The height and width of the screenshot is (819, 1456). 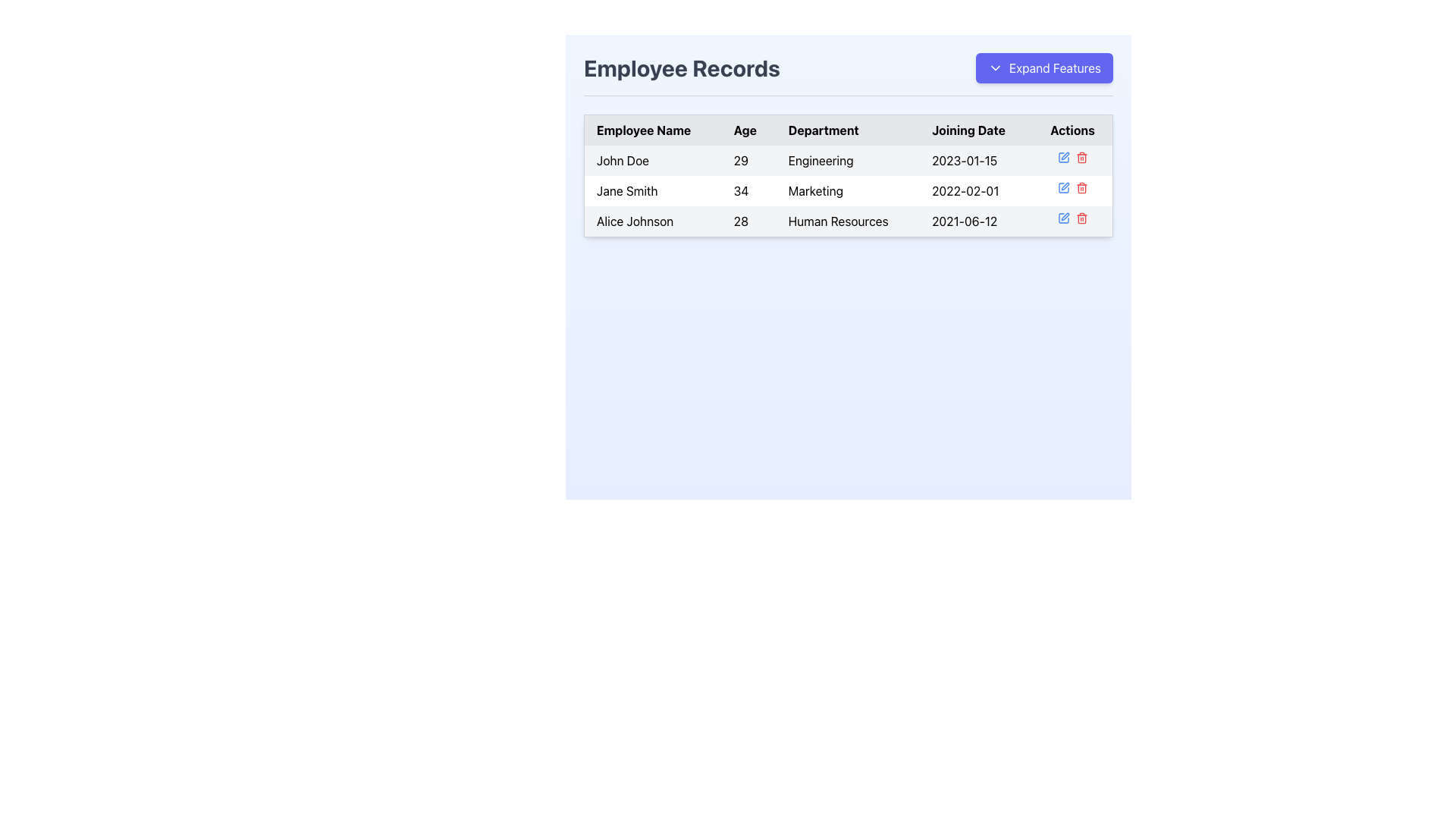 I want to click on the 'Actions' text label located in the last column of the header row of the interactive data table, so click(x=1072, y=129).